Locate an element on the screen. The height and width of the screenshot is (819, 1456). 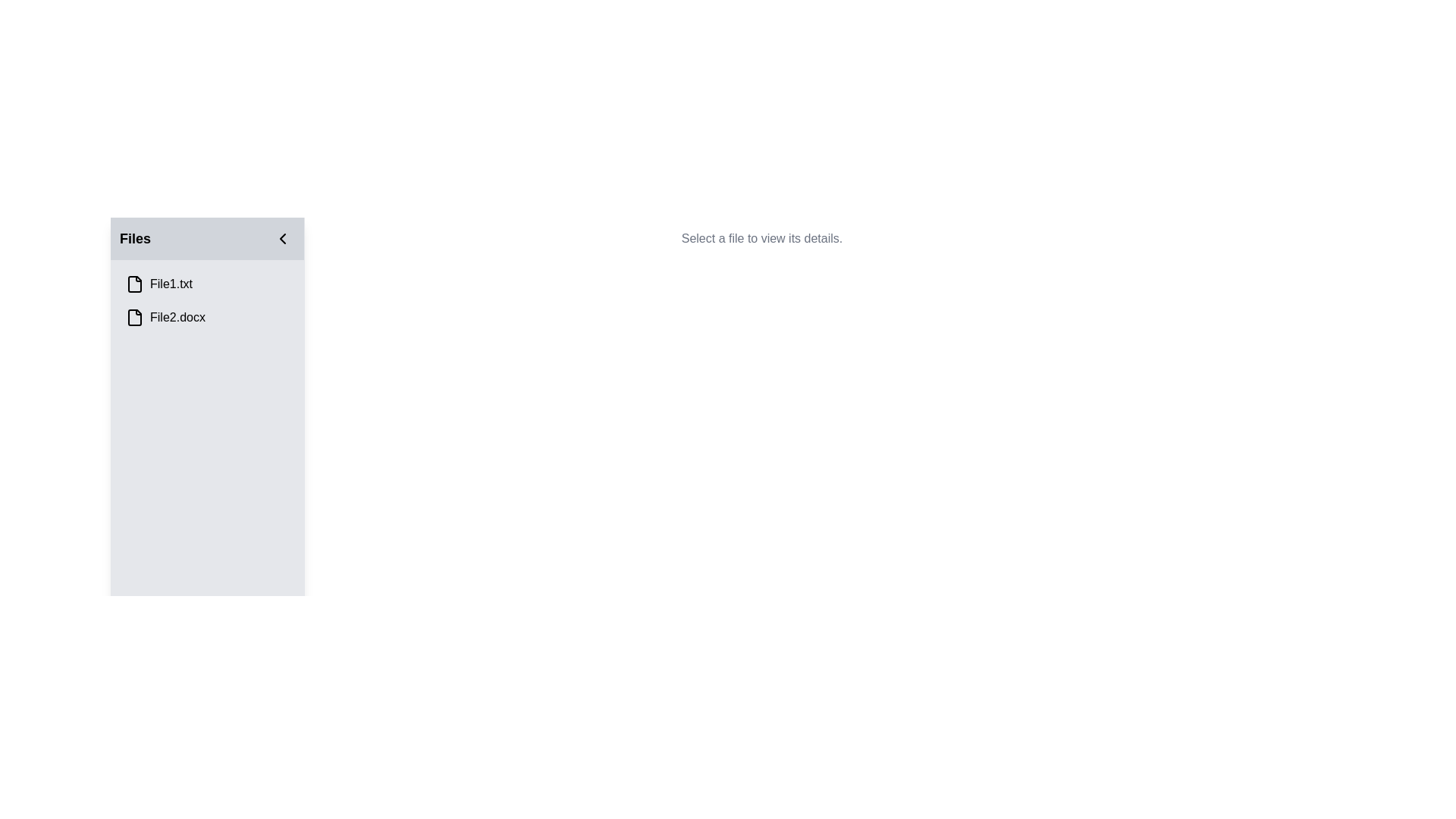
the left-facing chevron icon in the top section of the sidebar, located to the right of the 'Files' label is located at coordinates (283, 239).